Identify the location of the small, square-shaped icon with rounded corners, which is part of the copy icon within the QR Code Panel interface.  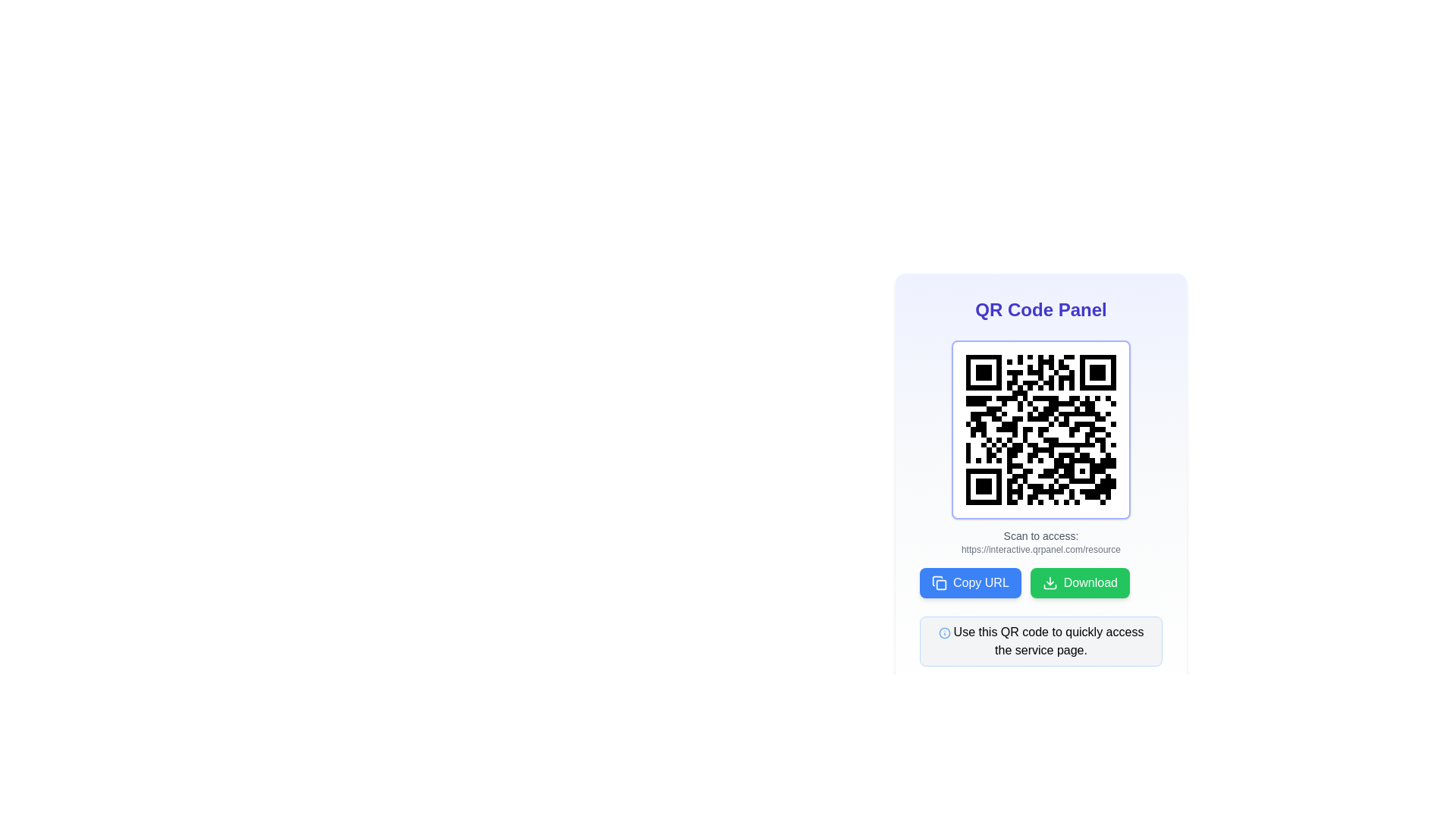
(940, 584).